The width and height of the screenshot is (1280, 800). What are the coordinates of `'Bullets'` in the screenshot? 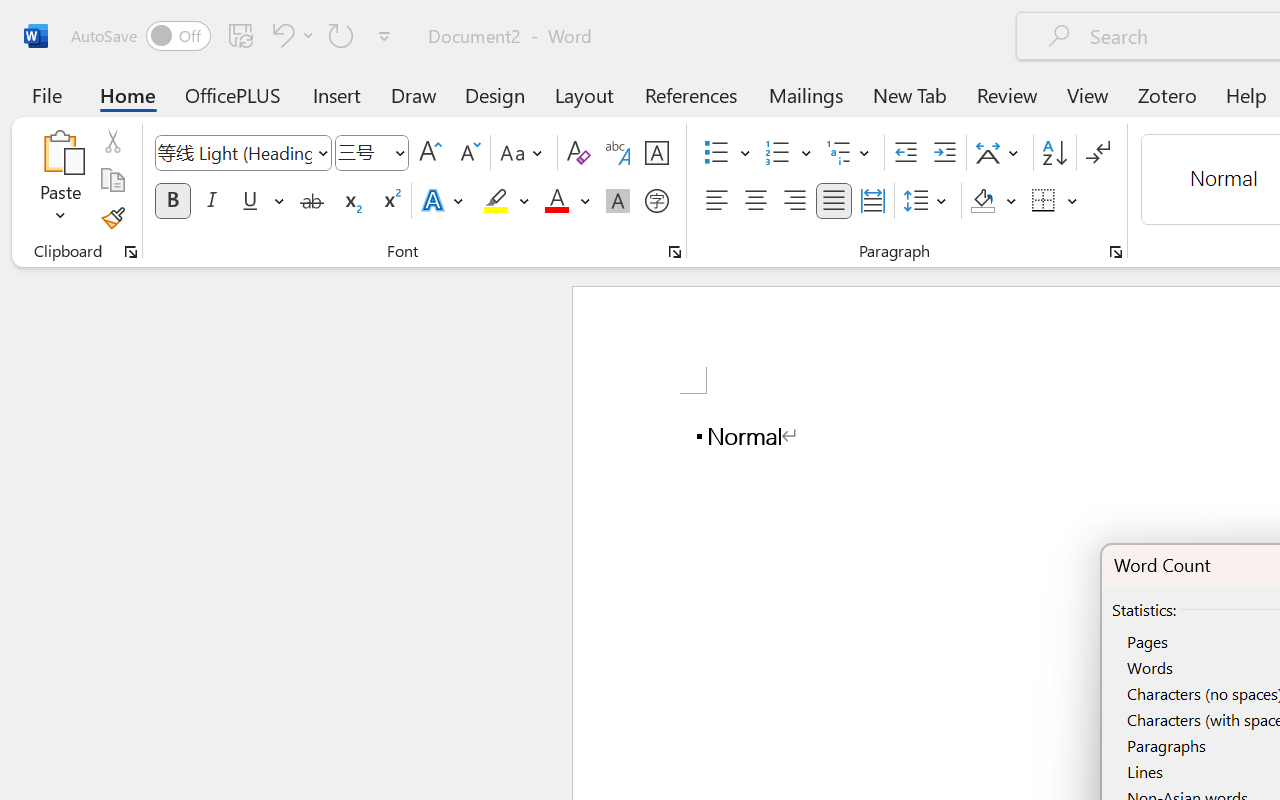 It's located at (716, 153).